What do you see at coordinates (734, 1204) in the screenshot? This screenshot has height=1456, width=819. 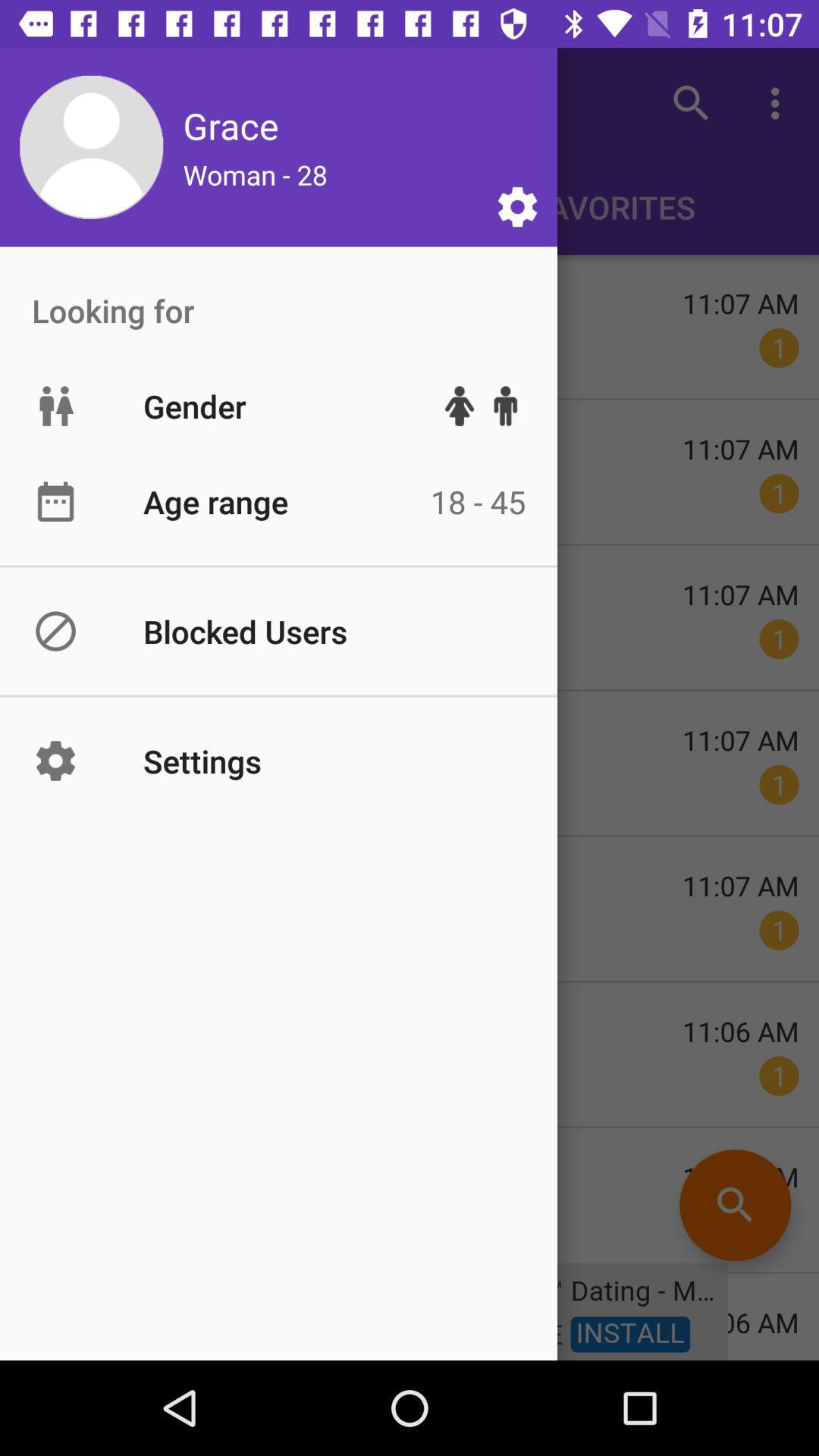 I see `the search icon` at bounding box center [734, 1204].